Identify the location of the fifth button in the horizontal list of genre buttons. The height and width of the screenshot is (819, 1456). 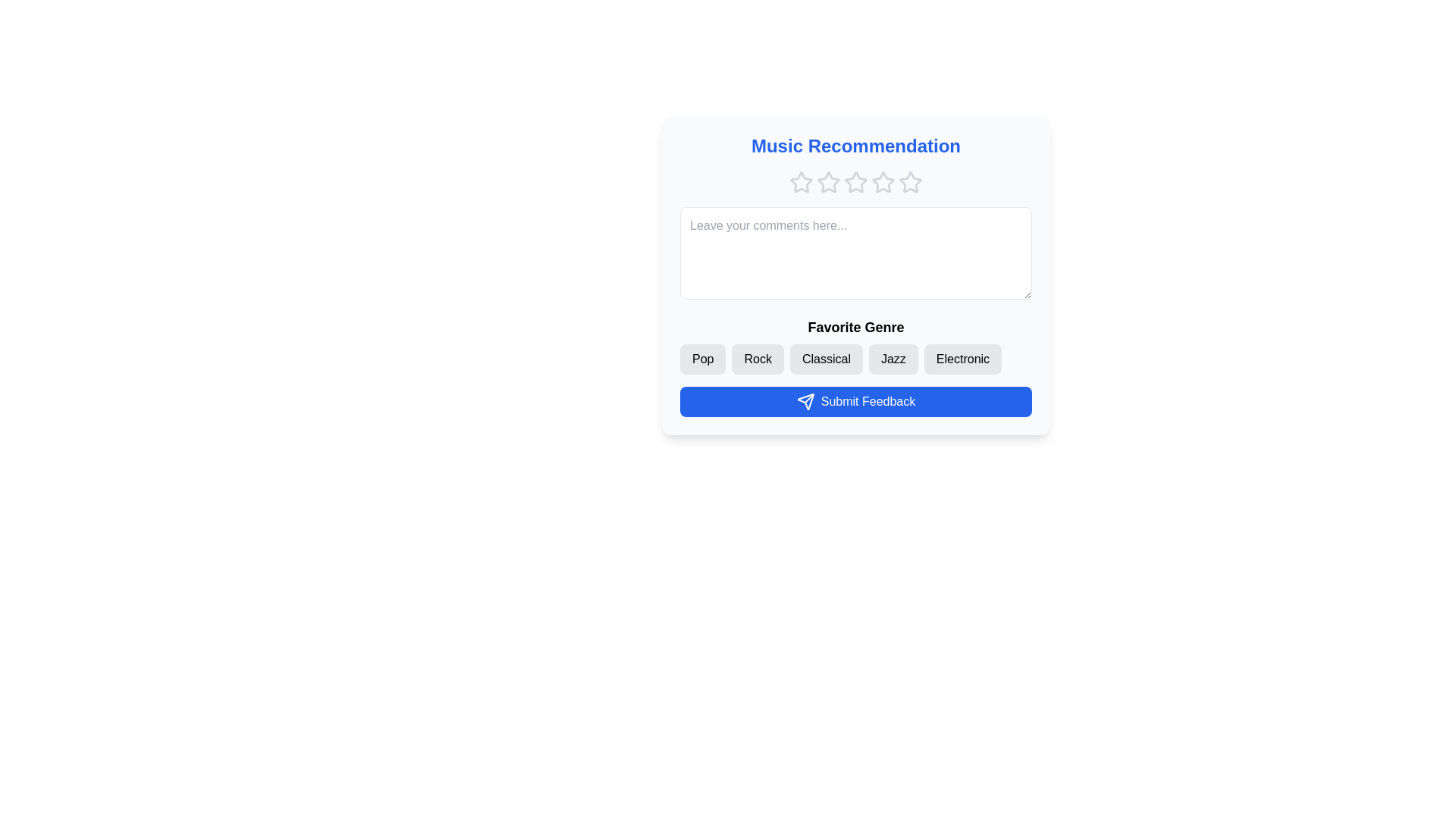
(962, 359).